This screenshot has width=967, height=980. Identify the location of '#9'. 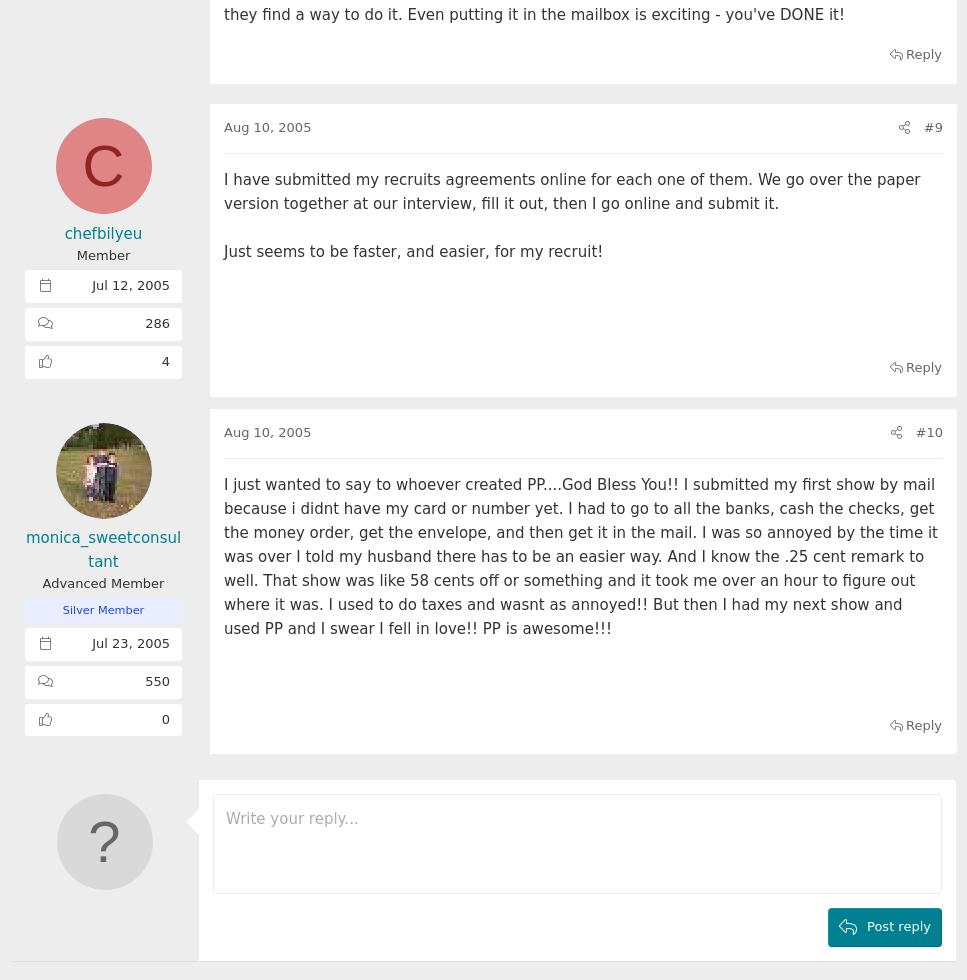
(931, 127).